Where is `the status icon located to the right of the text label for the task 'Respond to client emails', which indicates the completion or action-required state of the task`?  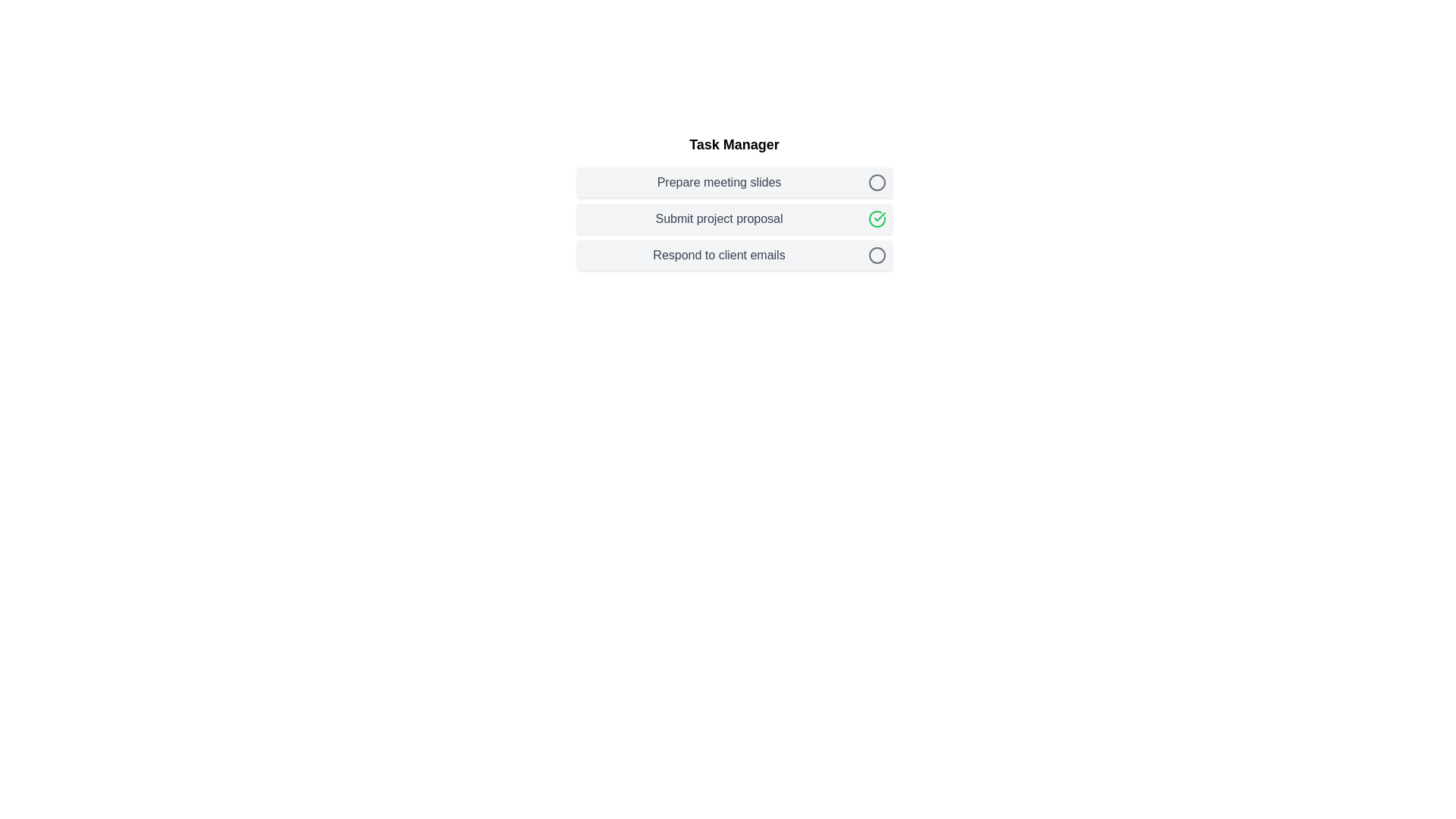 the status icon located to the right of the text label for the task 'Respond to client emails', which indicates the completion or action-required state of the task is located at coordinates (877, 254).